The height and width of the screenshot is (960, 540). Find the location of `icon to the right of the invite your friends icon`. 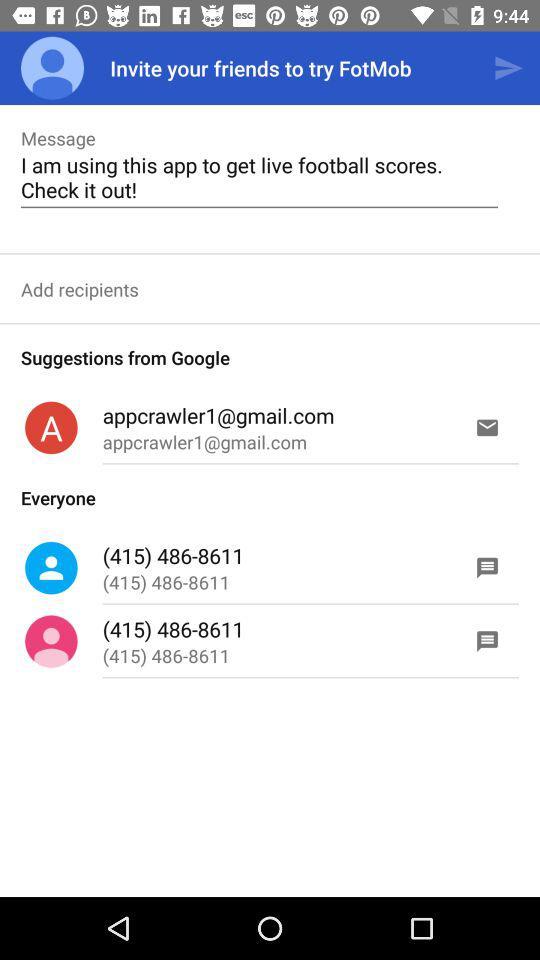

icon to the right of the invite your friends icon is located at coordinates (508, 68).